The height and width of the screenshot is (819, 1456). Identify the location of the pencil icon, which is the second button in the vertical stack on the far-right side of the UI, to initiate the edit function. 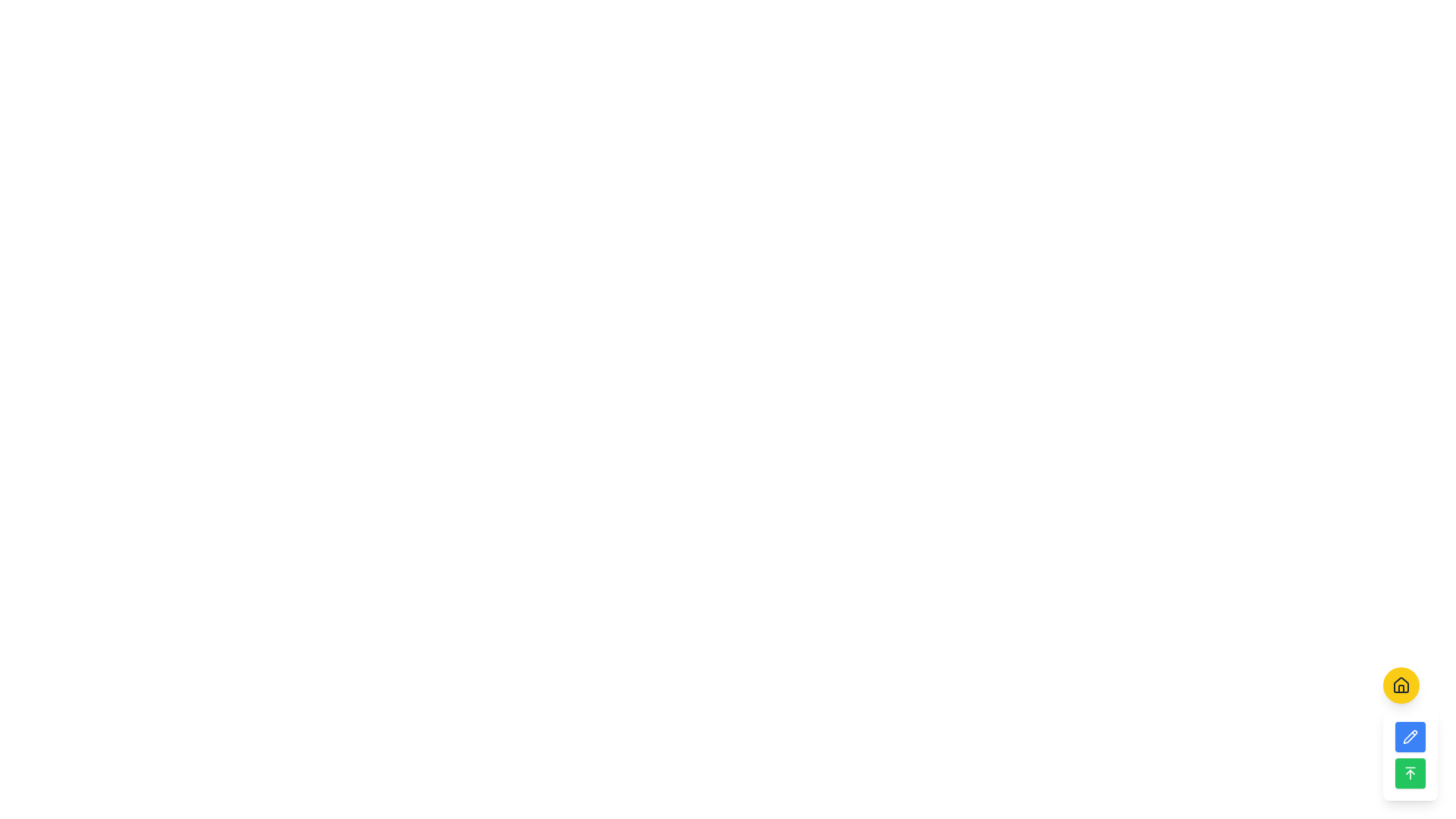
(1410, 736).